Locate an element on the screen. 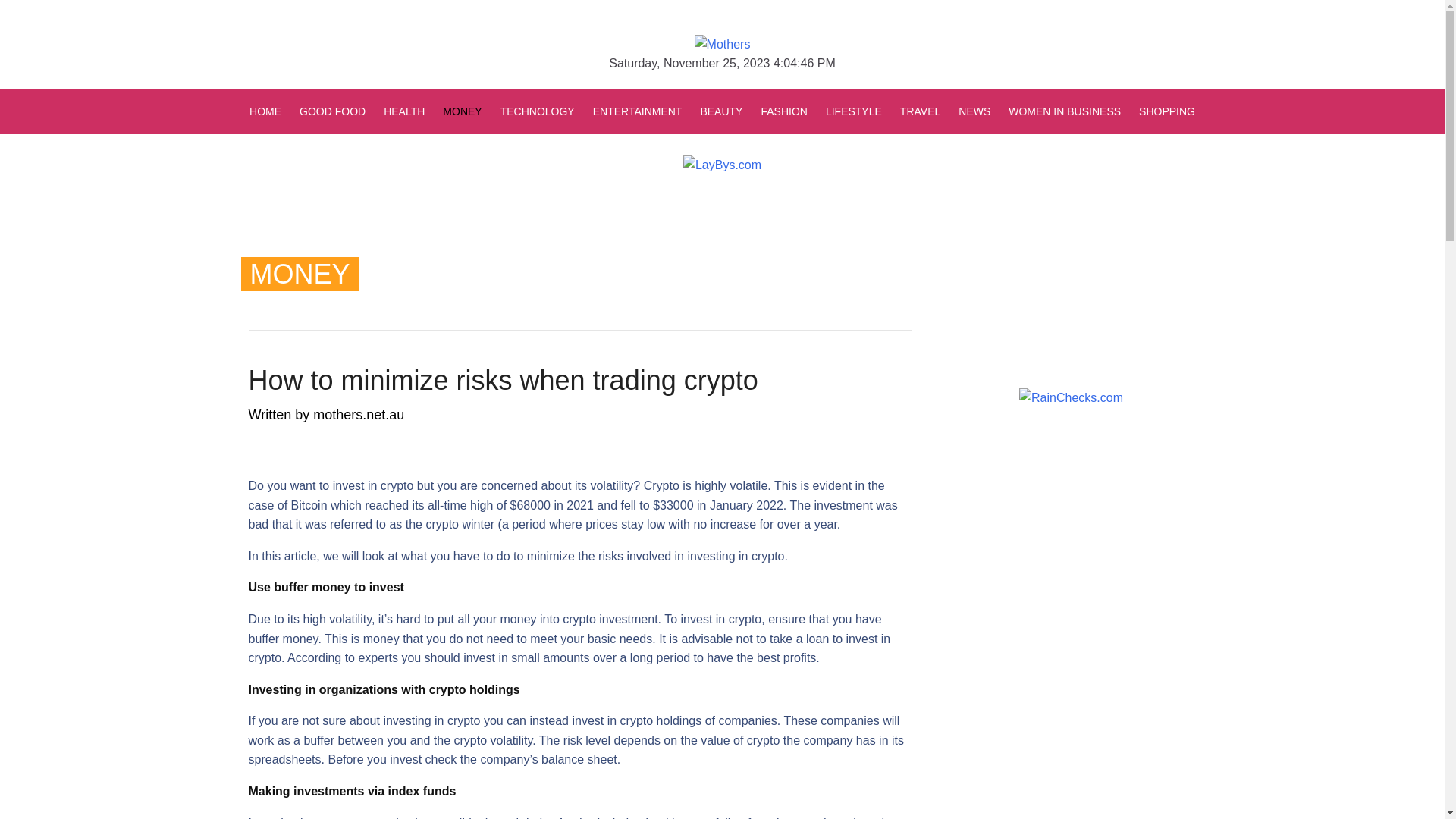 The width and height of the screenshot is (1456, 819). 'HOME' is located at coordinates (269, 110).